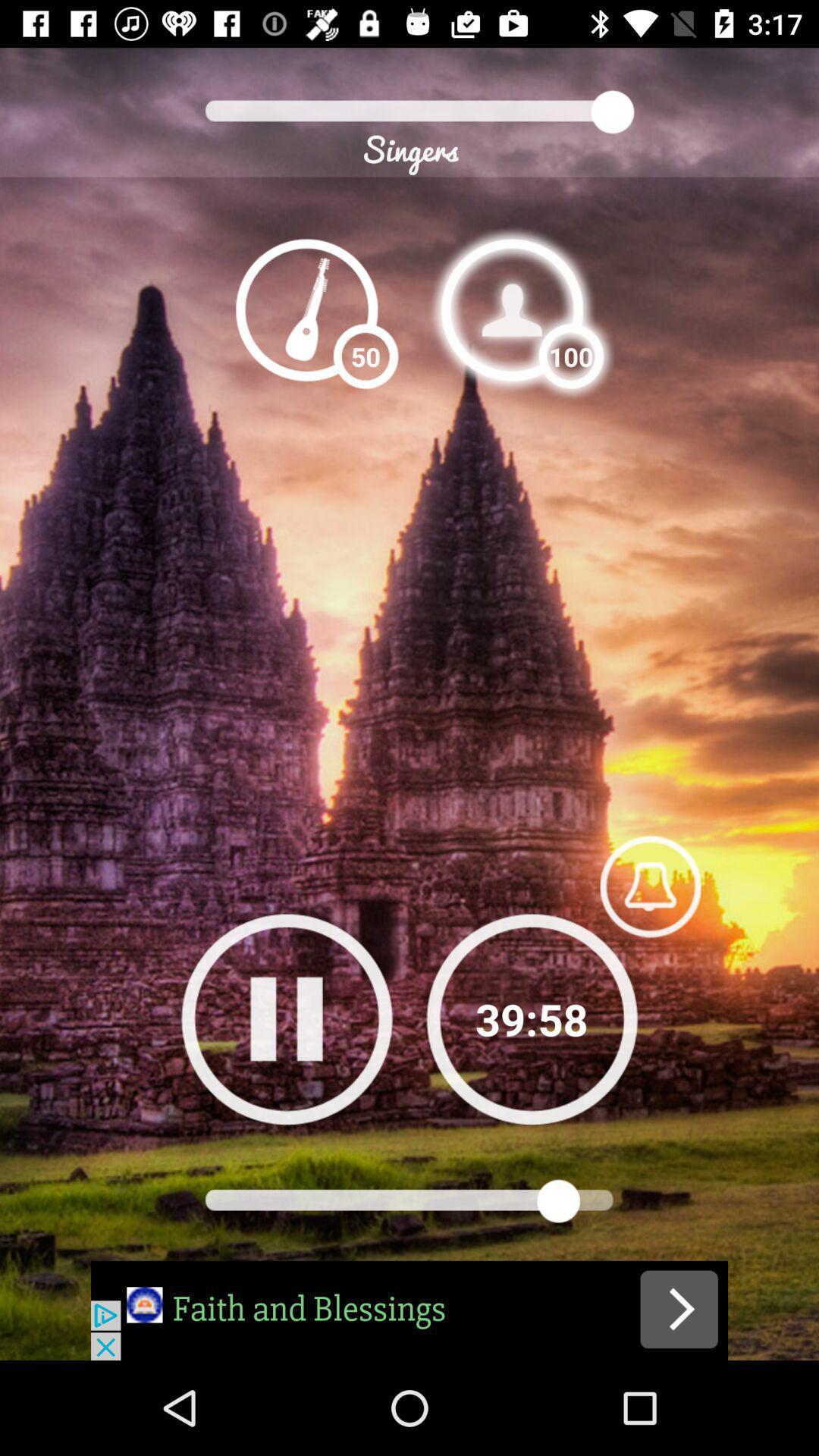 The image size is (819, 1456). I want to click on an option, so click(512, 309).